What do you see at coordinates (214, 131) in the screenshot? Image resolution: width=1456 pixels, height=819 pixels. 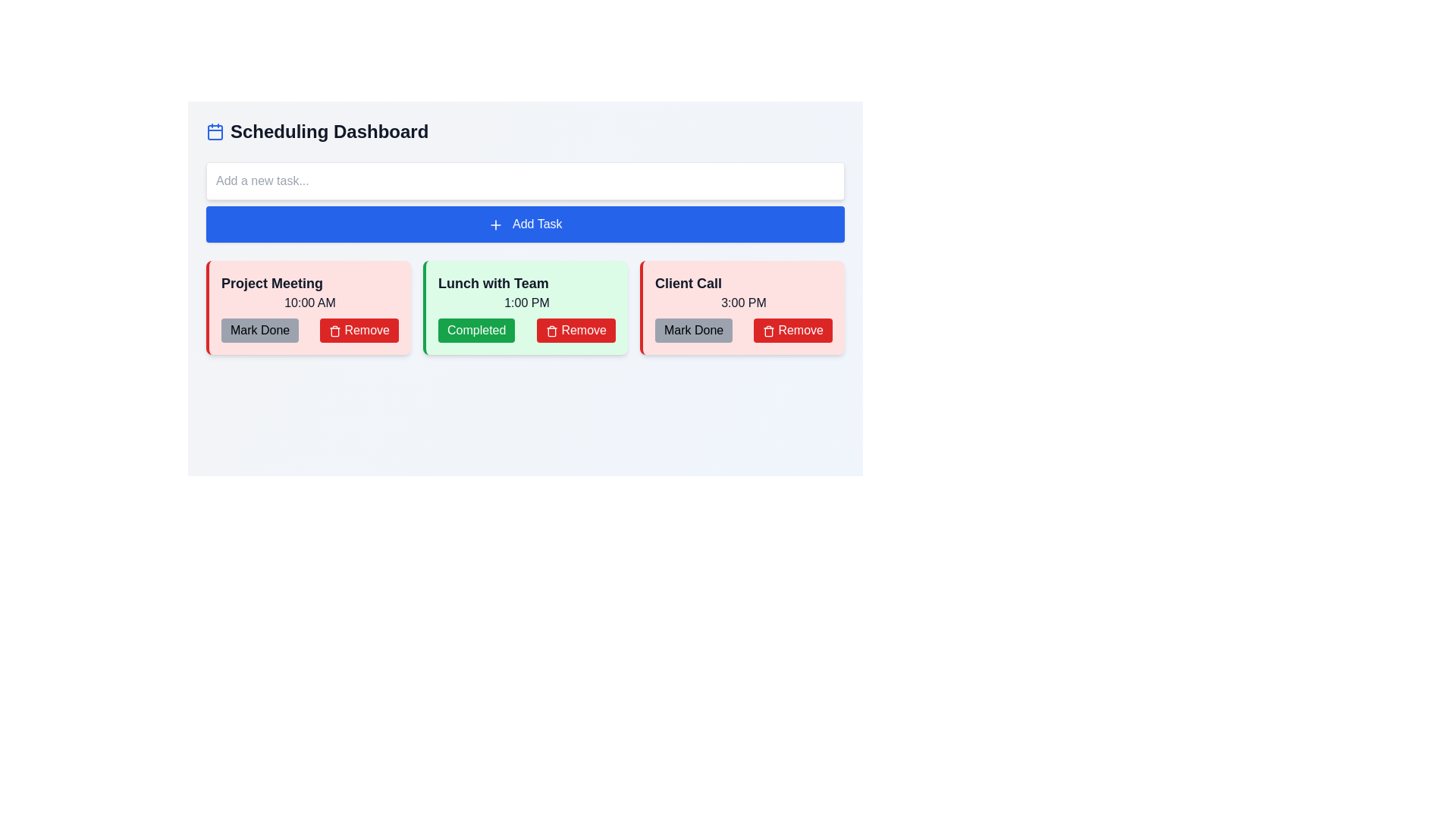 I see `the graphical shape representing the body of the SVG calendar icon, located near the top-left corner of the interface, above the 'Scheduling Dashboard' heading` at bounding box center [214, 131].